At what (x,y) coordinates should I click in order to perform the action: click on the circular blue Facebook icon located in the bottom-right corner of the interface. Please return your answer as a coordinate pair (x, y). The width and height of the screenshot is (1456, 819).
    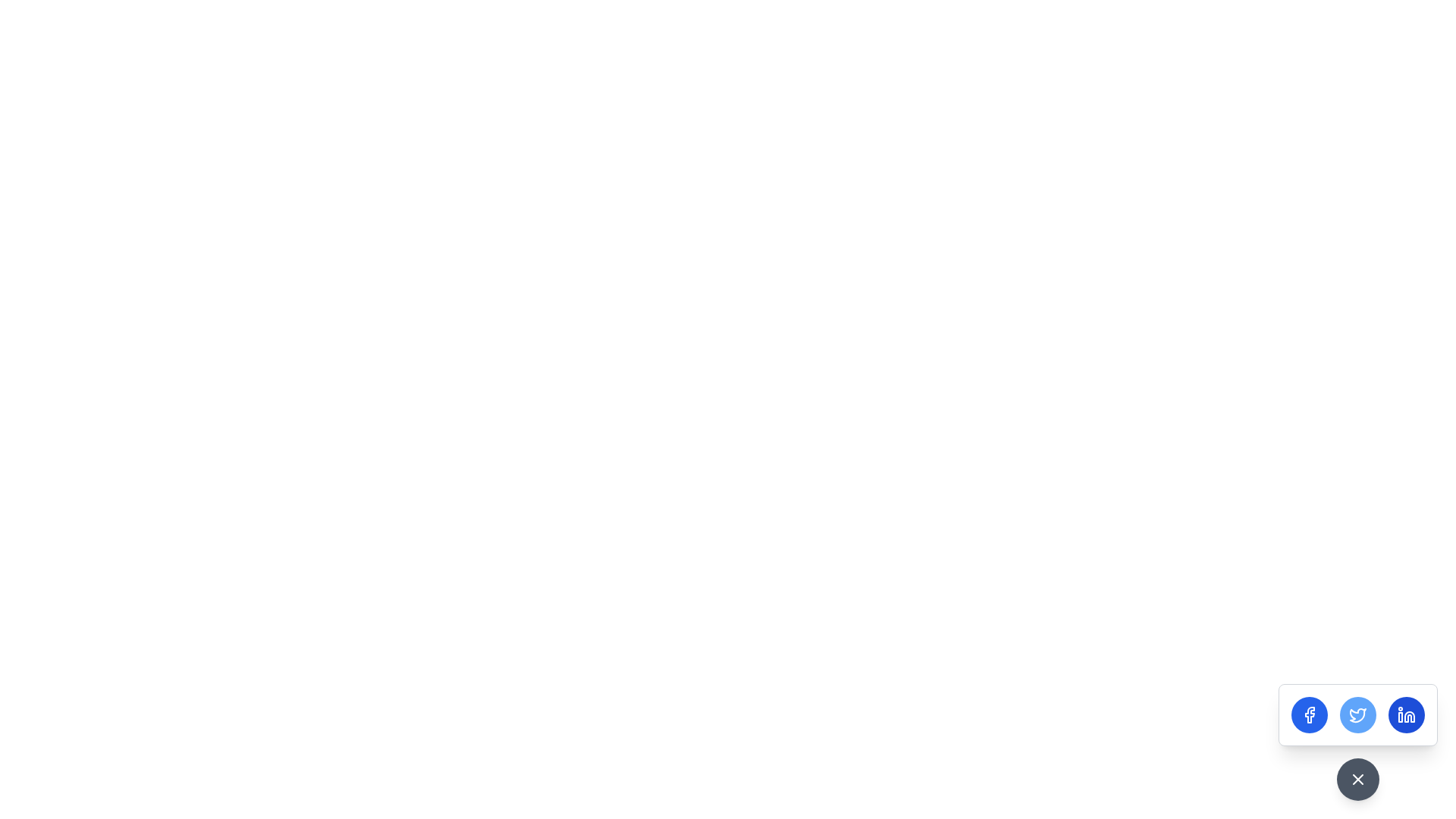
    Looking at the image, I should click on (1309, 714).